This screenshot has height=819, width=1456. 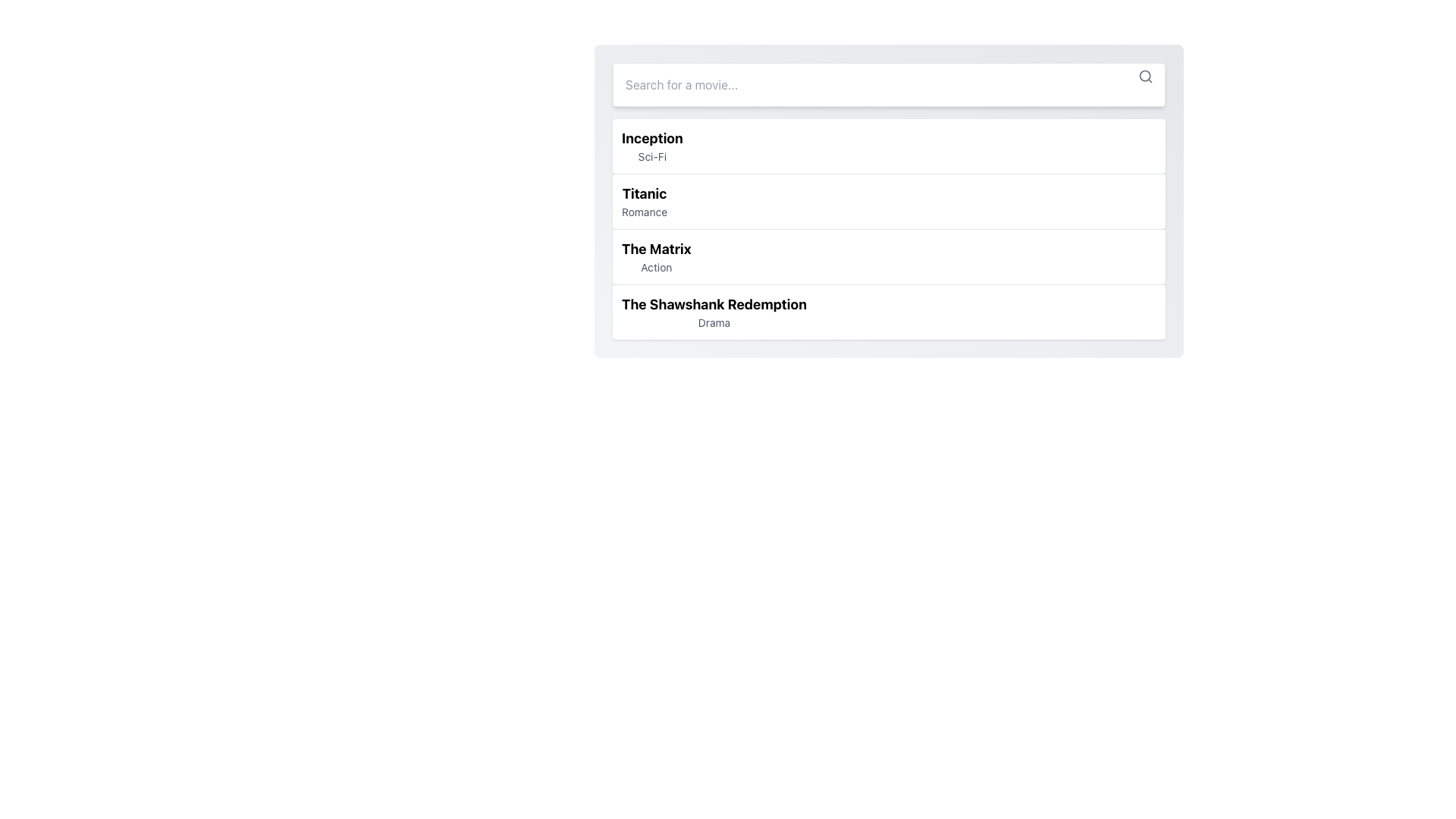 I want to click on the third movie list item displaying 'The Matrix' (Action), so click(x=656, y=256).